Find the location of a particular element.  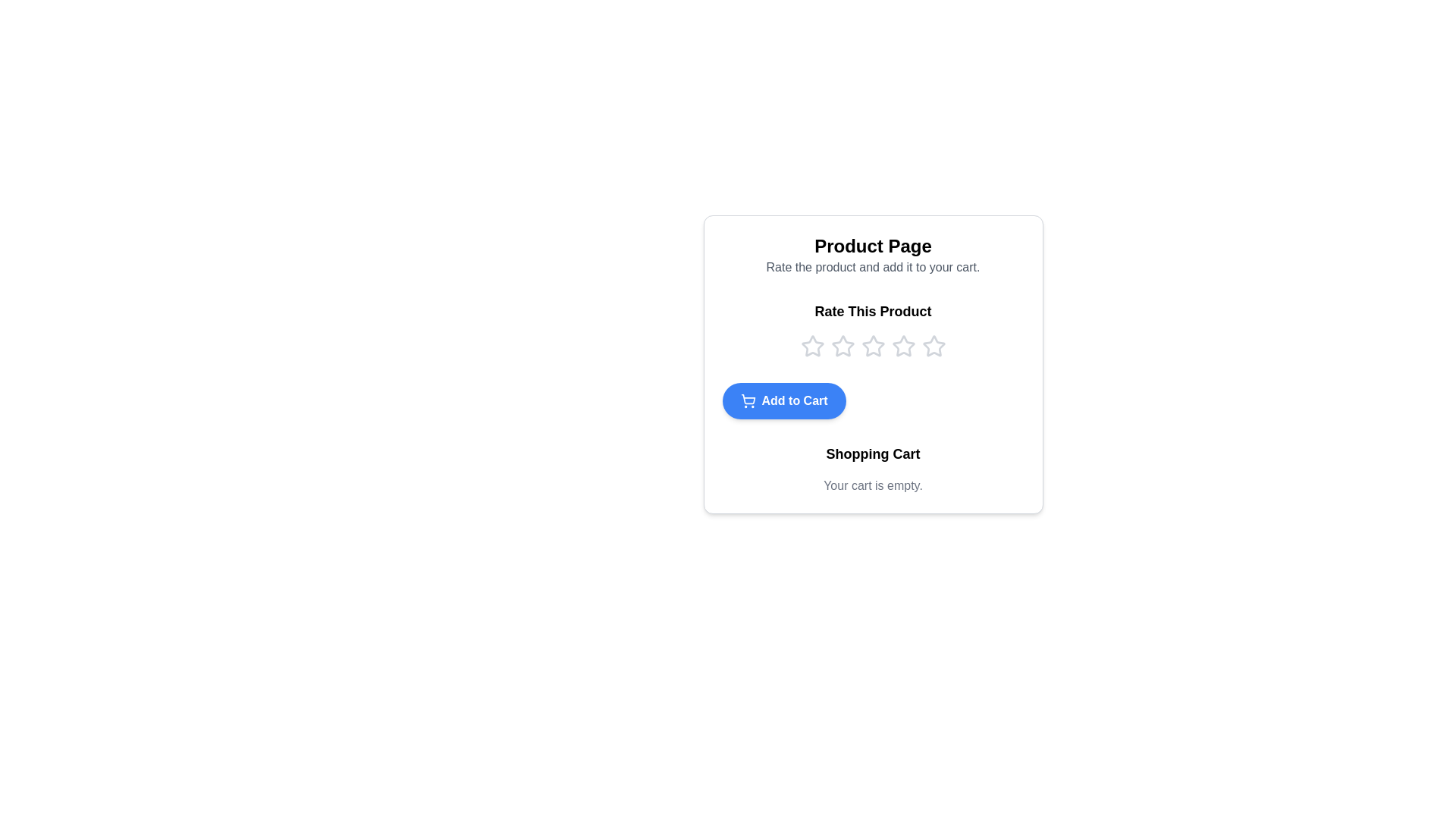

the fifth star icon in the 'Rate This Product' rating component is located at coordinates (933, 346).